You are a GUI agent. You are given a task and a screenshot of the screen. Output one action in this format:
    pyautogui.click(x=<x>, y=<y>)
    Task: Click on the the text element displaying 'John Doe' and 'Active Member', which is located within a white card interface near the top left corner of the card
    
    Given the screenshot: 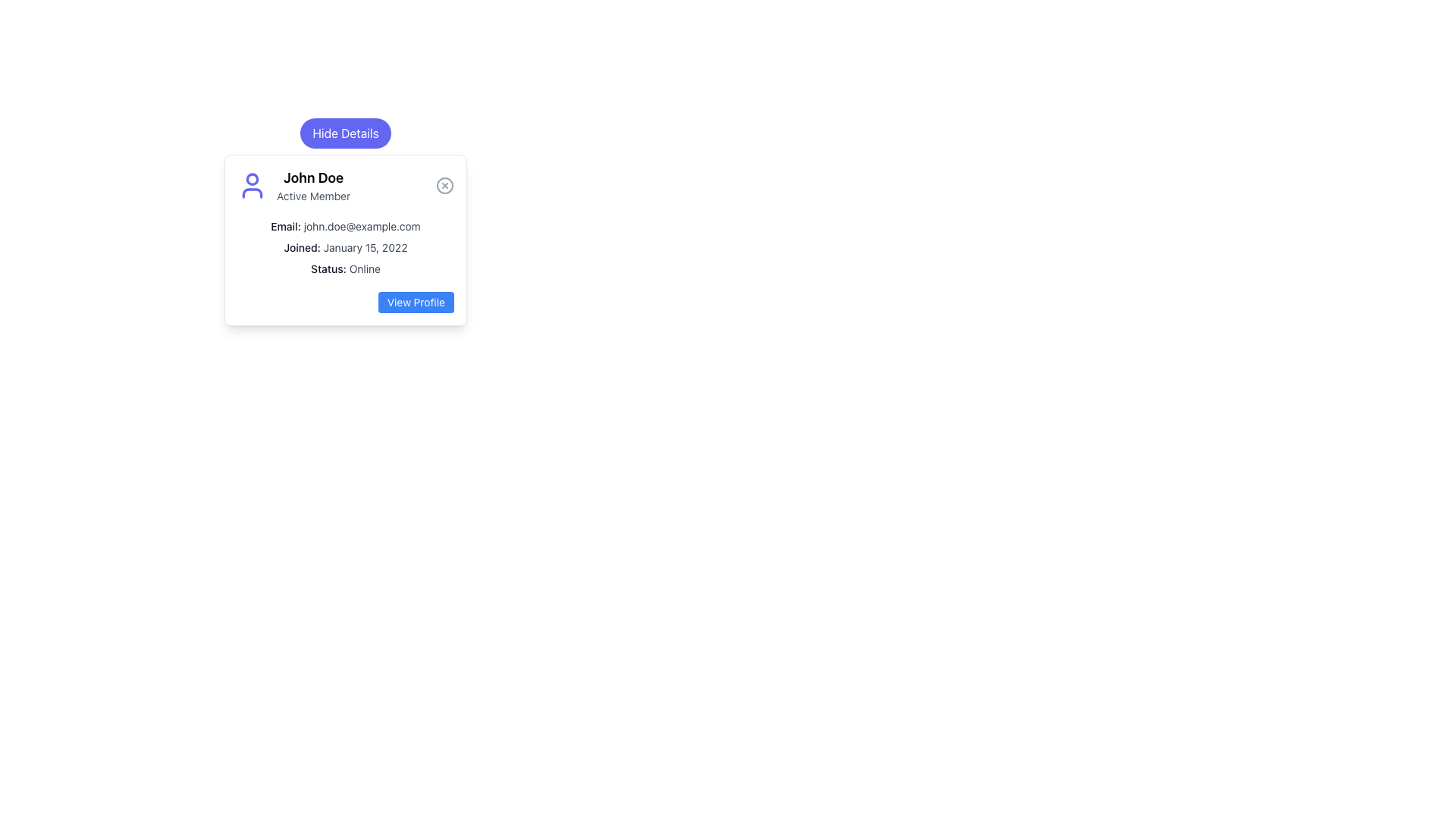 What is the action you would take?
    pyautogui.click(x=312, y=185)
    